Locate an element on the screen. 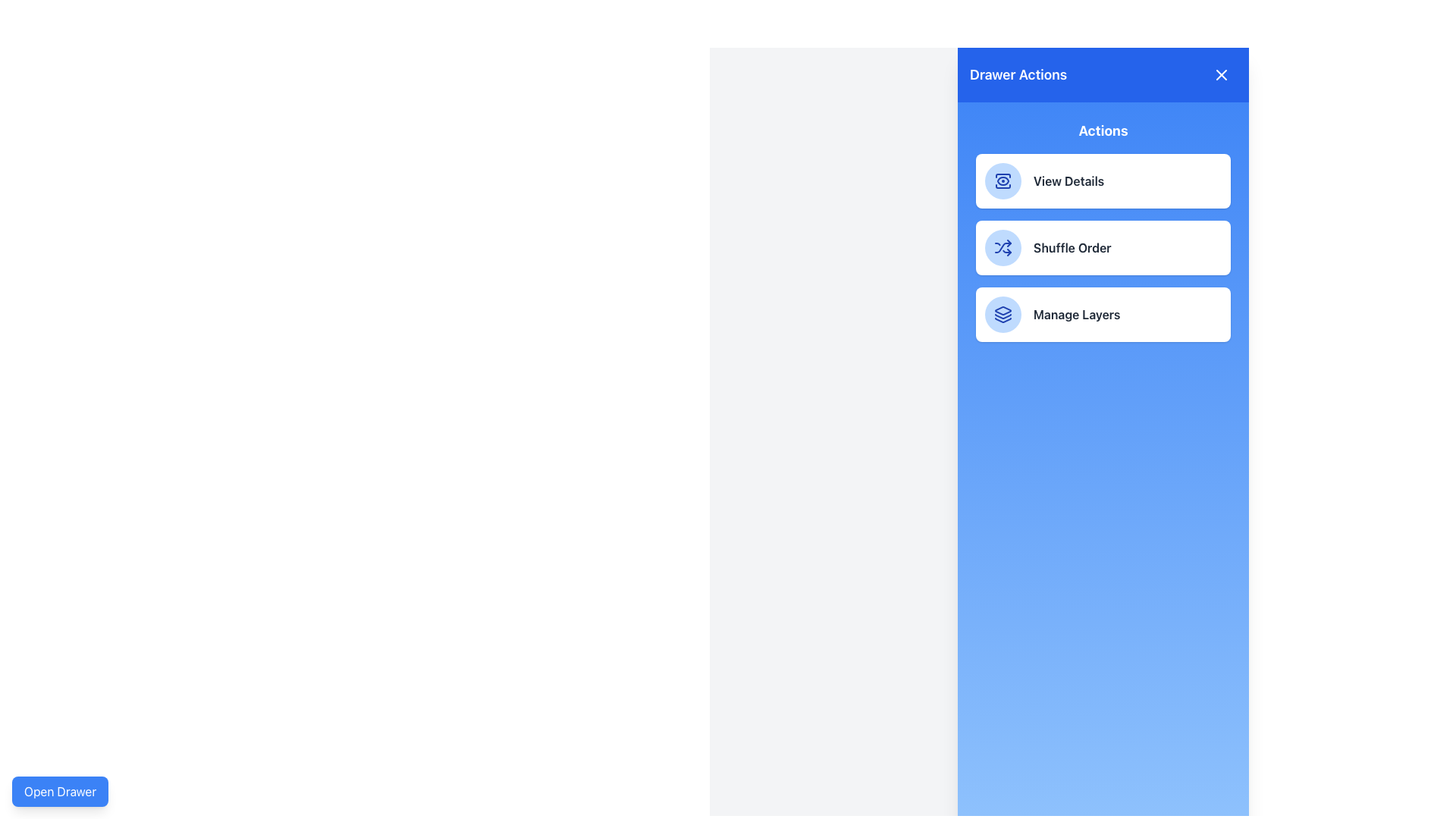 This screenshot has height=819, width=1456. the shuffle icon button located in the second option of the 'Actions' section in the 'Drawer Actions' panel to initiate the shuffle action is located at coordinates (1003, 247).